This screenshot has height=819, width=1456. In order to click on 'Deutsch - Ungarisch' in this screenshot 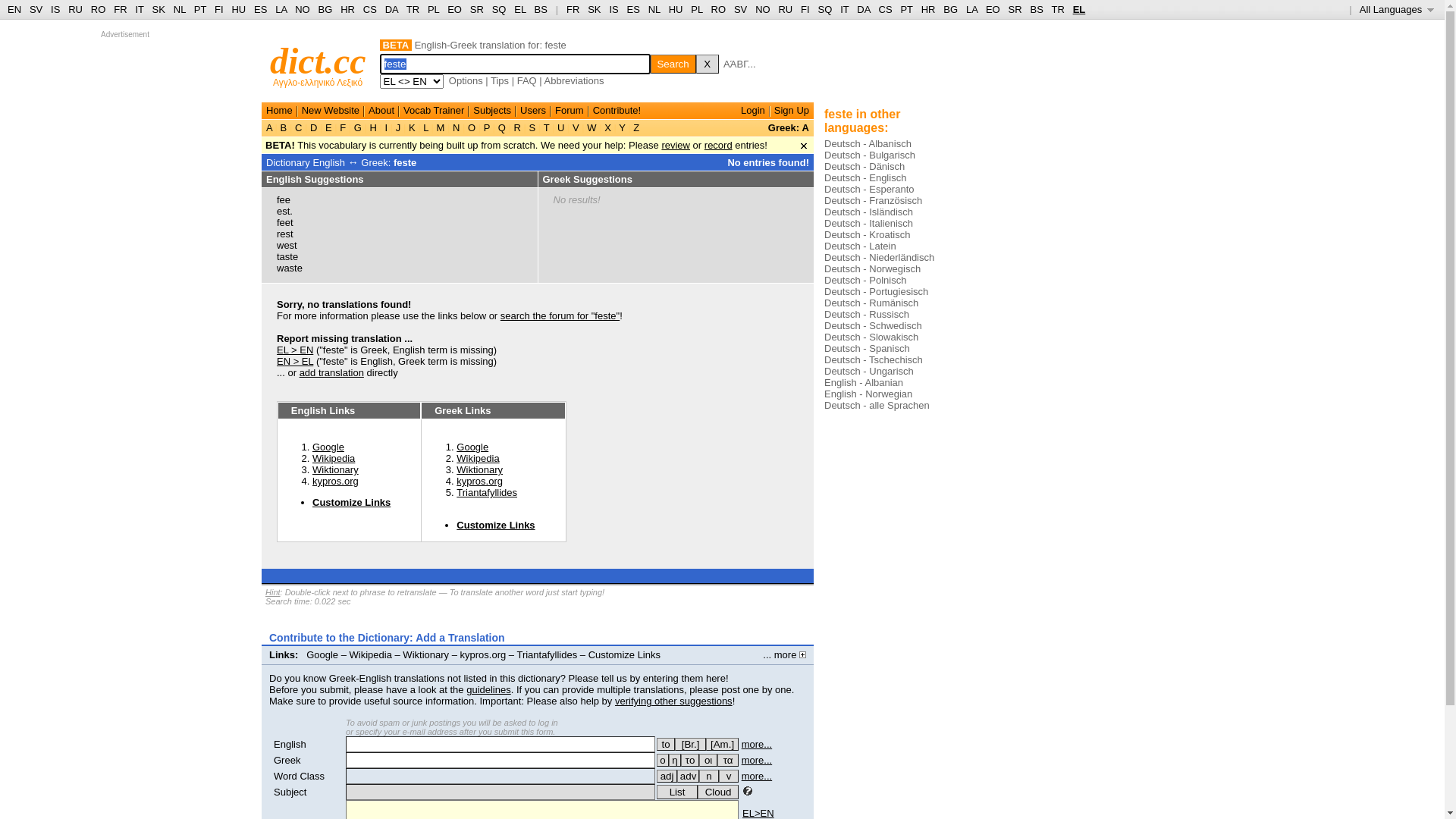, I will do `click(869, 371)`.